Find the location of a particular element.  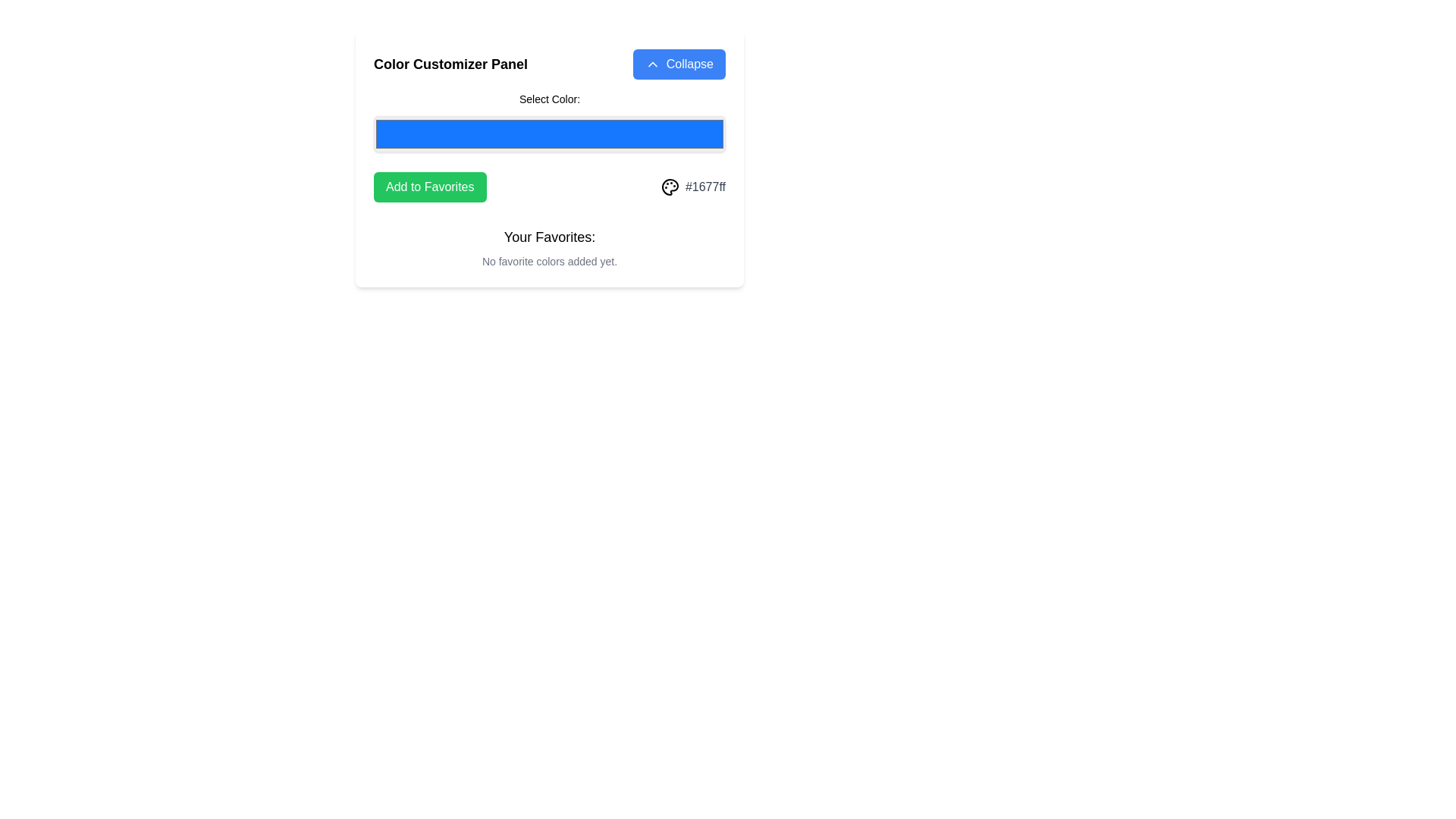

color is located at coordinates (548, 133).